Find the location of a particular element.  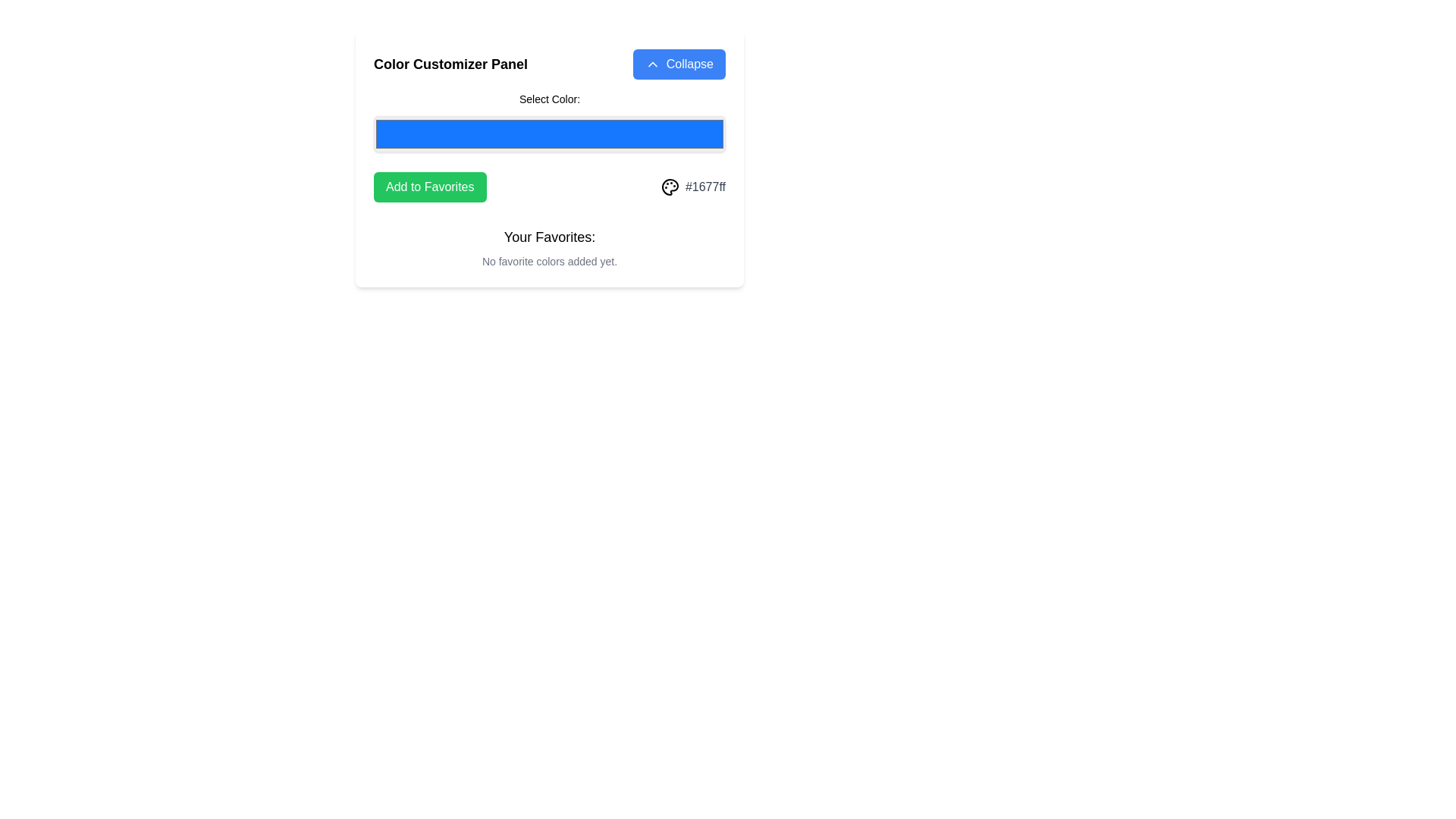

color is located at coordinates (548, 133).